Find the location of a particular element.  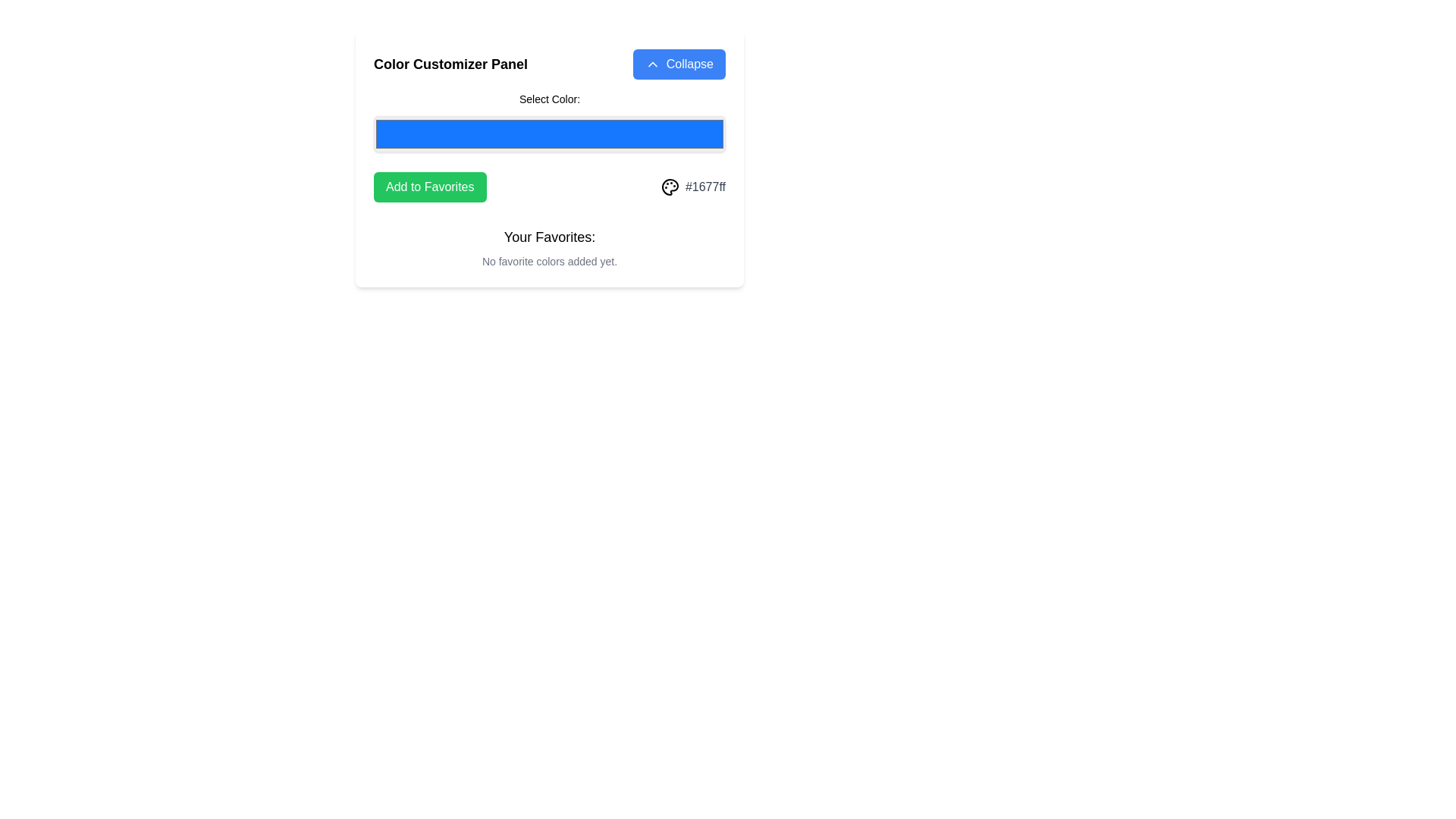

color is located at coordinates (548, 133).